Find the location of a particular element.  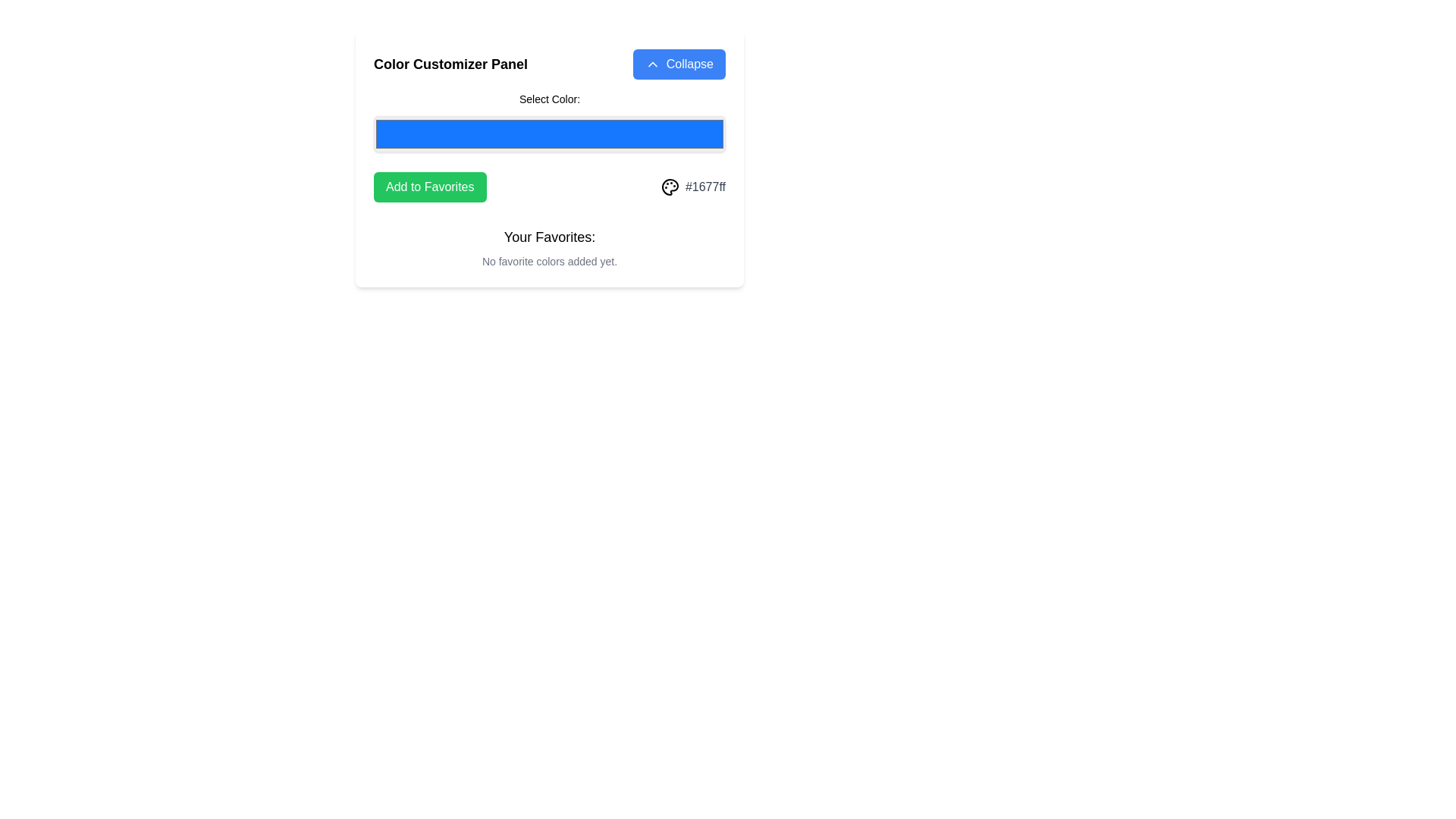

color is located at coordinates (548, 133).